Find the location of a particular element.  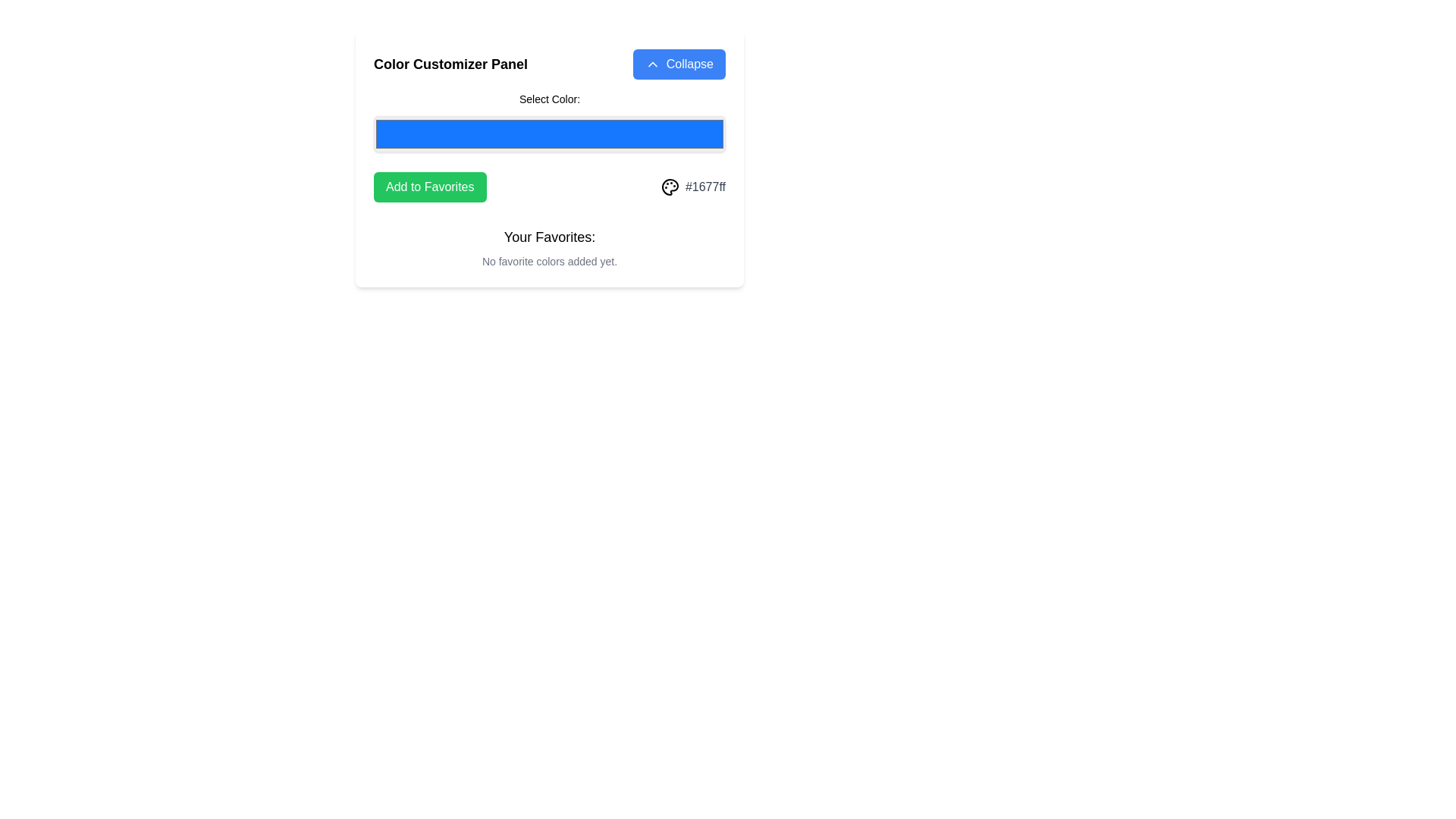

color is located at coordinates (548, 133).